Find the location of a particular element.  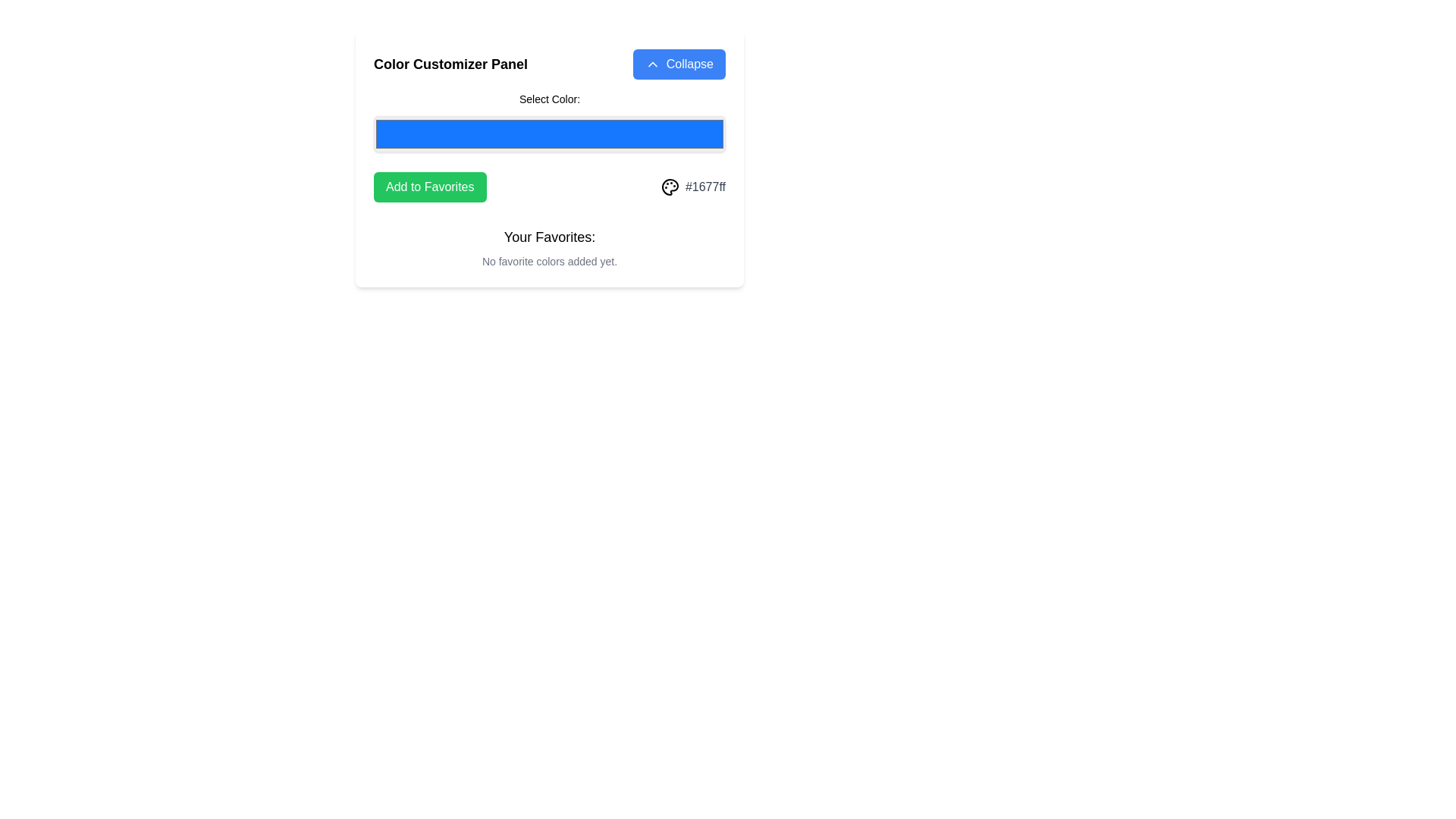

color is located at coordinates (548, 133).